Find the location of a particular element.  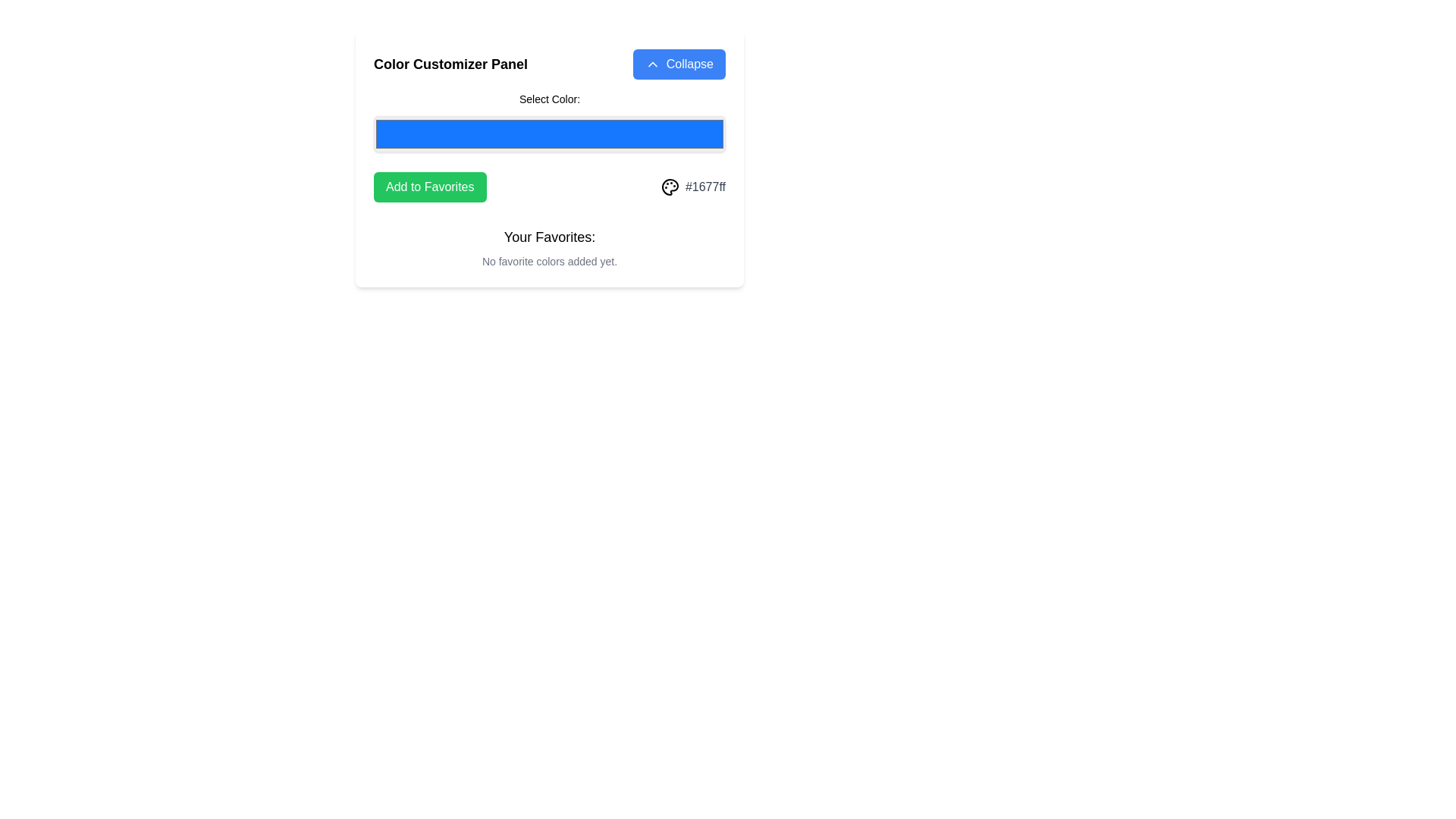

color is located at coordinates (548, 133).